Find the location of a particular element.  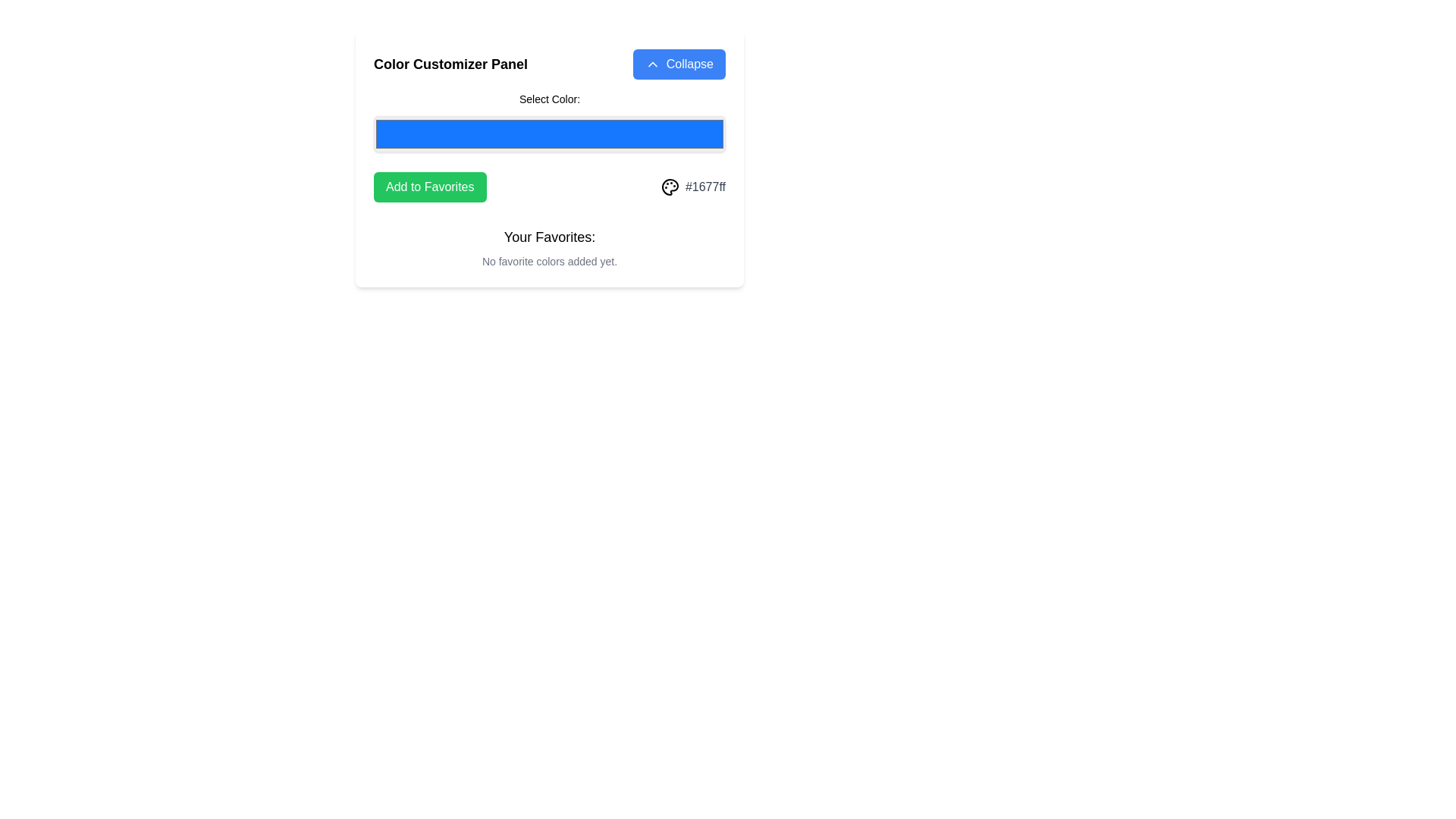

color is located at coordinates (548, 133).